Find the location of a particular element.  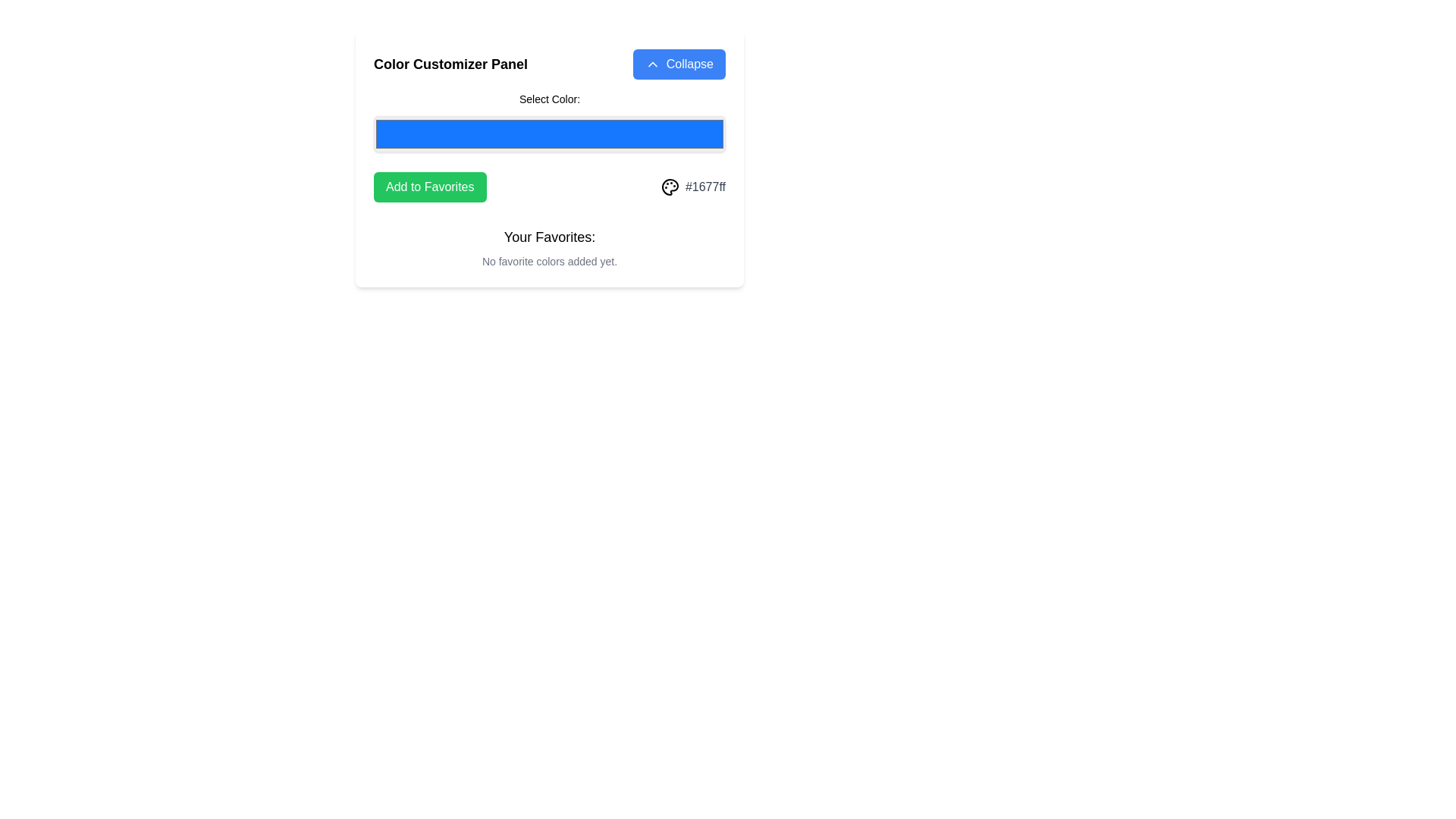

color is located at coordinates (548, 133).